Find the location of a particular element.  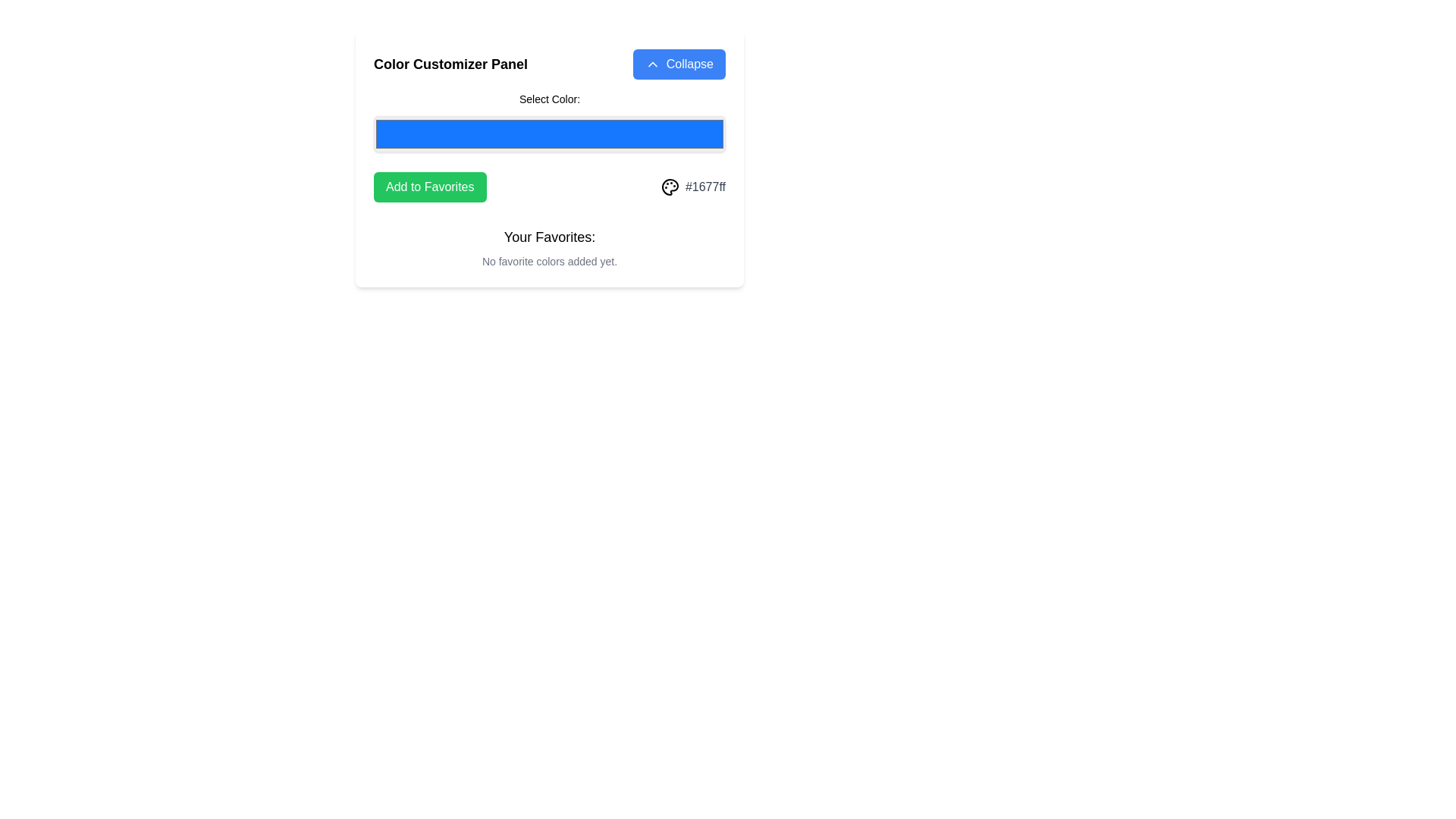

color is located at coordinates (548, 133).